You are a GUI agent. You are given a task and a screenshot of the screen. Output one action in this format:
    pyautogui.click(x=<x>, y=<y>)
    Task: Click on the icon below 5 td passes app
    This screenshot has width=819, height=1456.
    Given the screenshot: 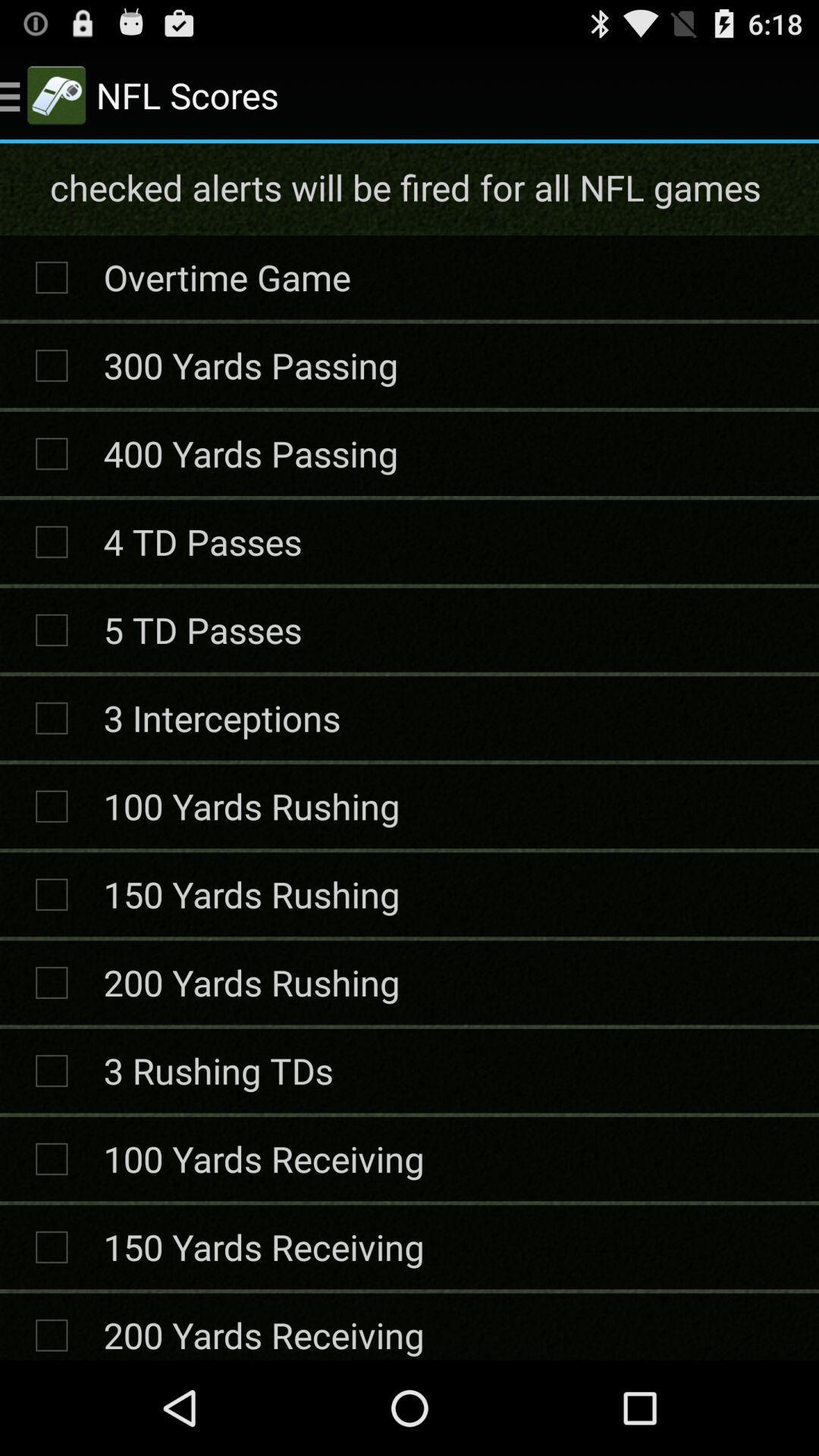 What is the action you would take?
    pyautogui.click(x=221, y=717)
    